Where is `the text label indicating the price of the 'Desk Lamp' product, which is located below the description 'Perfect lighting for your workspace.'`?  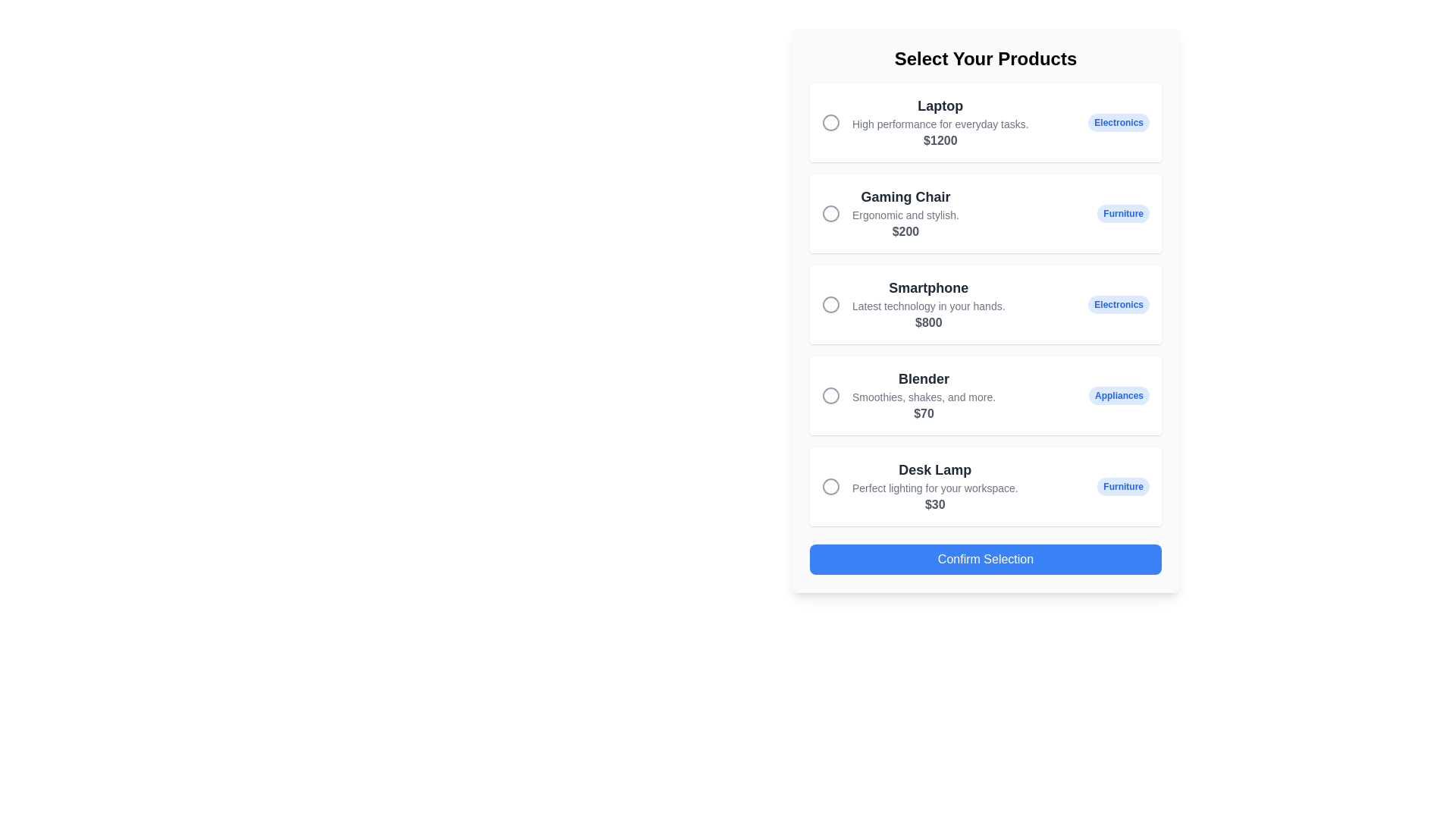 the text label indicating the price of the 'Desk Lamp' product, which is located below the description 'Perfect lighting for your workspace.' is located at coordinates (934, 504).